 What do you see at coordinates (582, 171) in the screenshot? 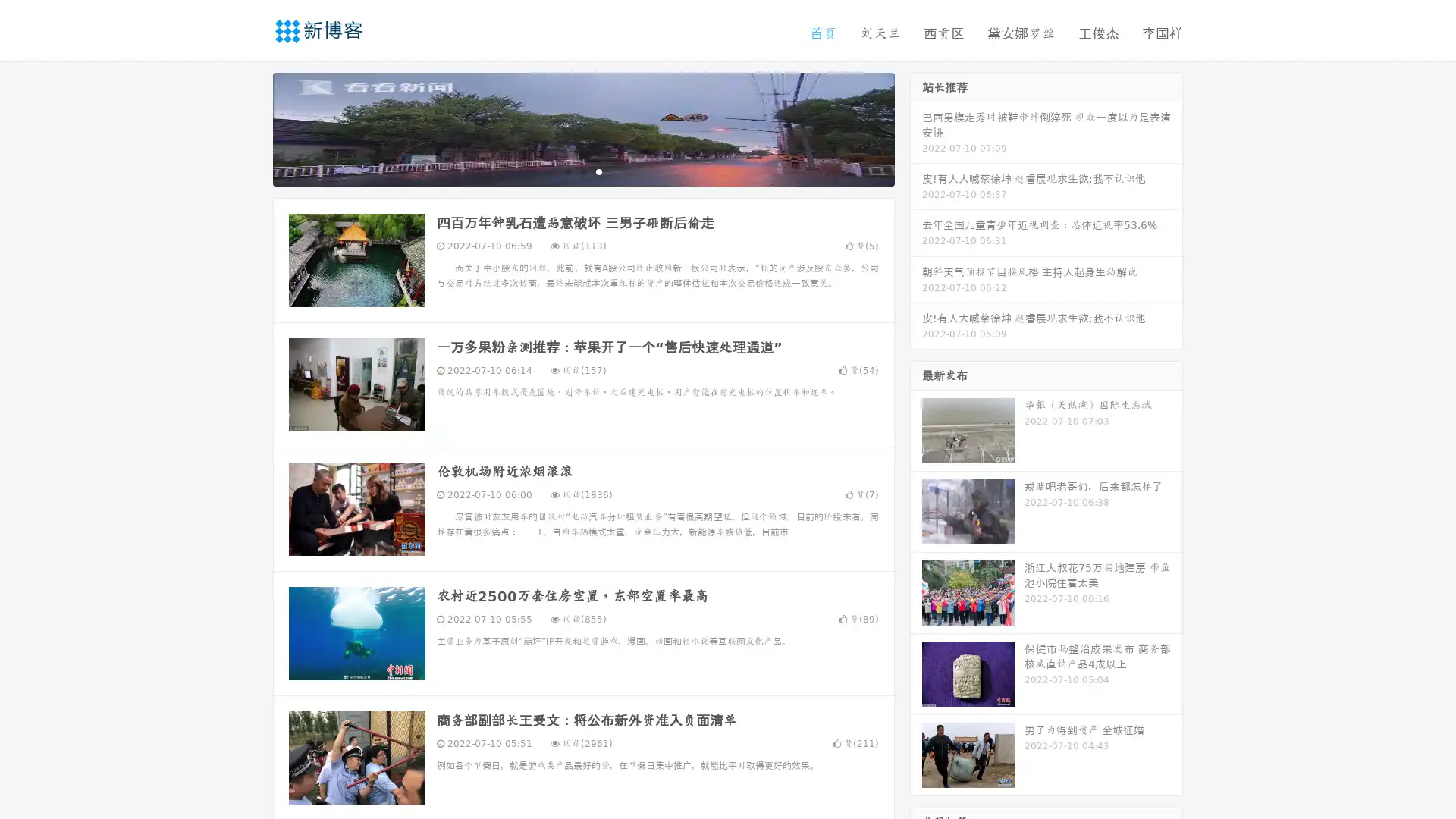
I see `Go to slide 2` at bounding box center [582, 171].